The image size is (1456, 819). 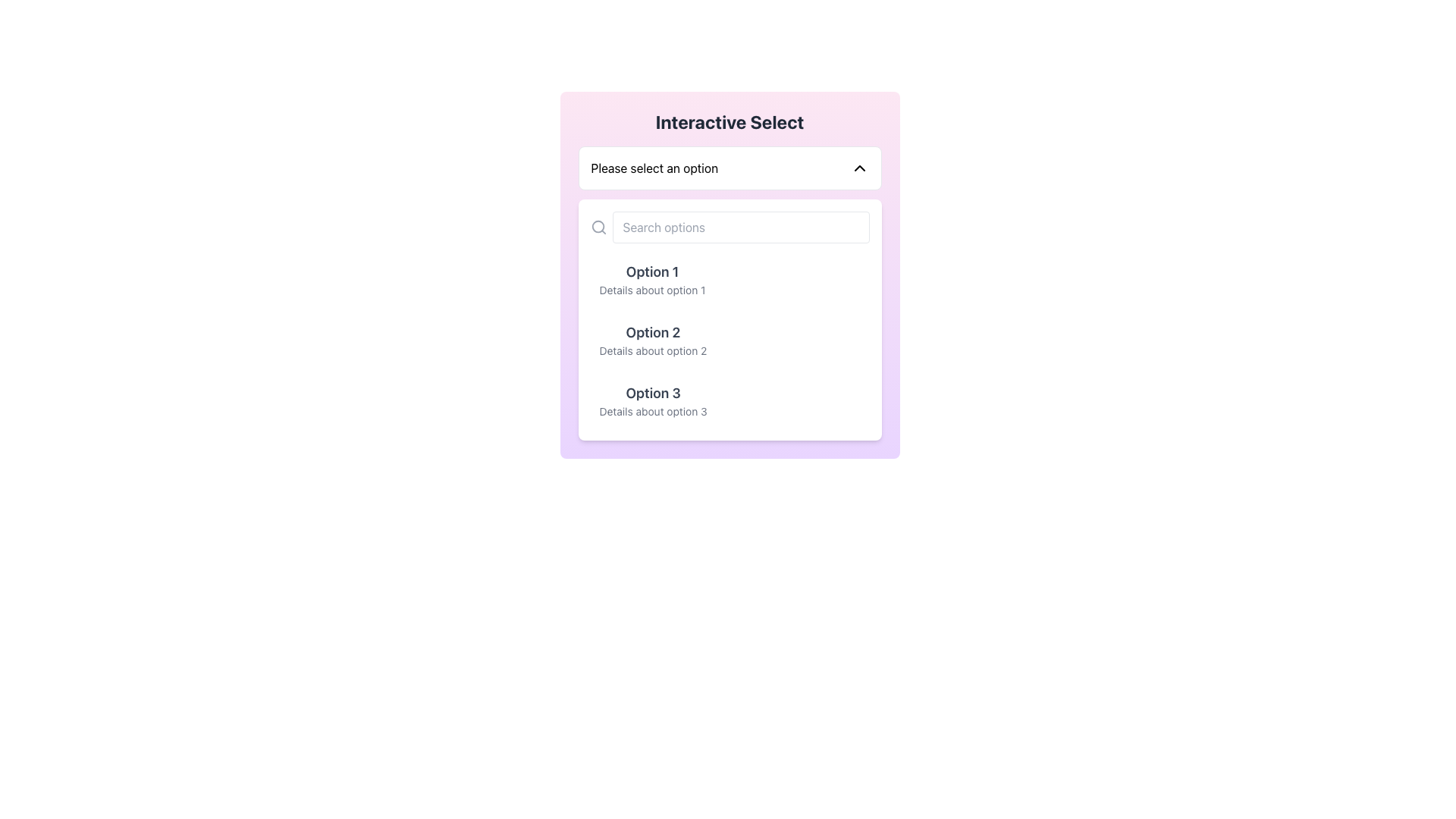 I want to click on the text label 'Details about option 3' which is styled in gray and located beneath the 'Option 3' heading within the third selectable option, so click(x=653, y=412).